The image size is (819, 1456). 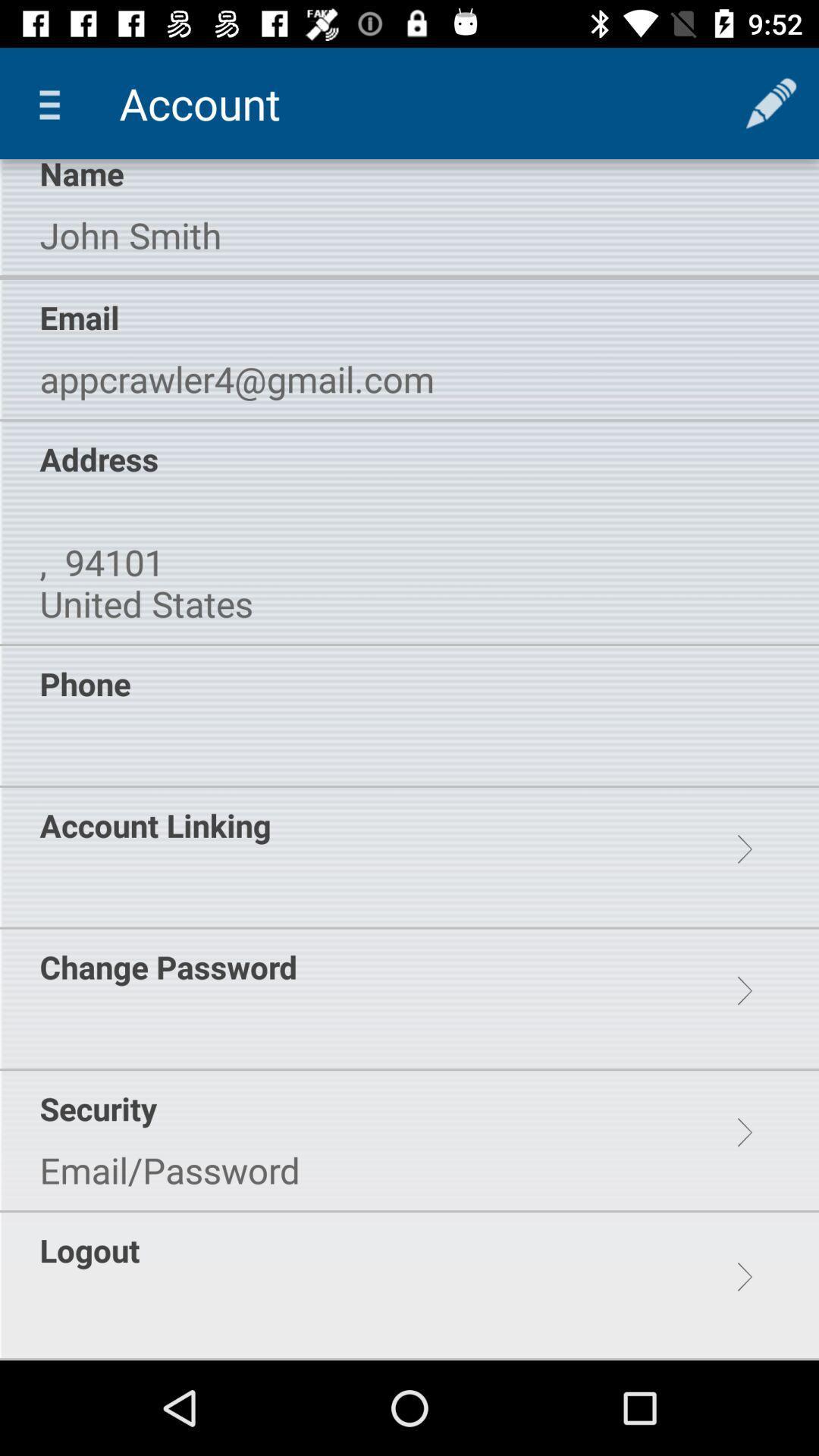 What do you see at coordinates (771, 102) in the screenshot?
I see `the icon at the top right corner` at bounding box center [771, 102].